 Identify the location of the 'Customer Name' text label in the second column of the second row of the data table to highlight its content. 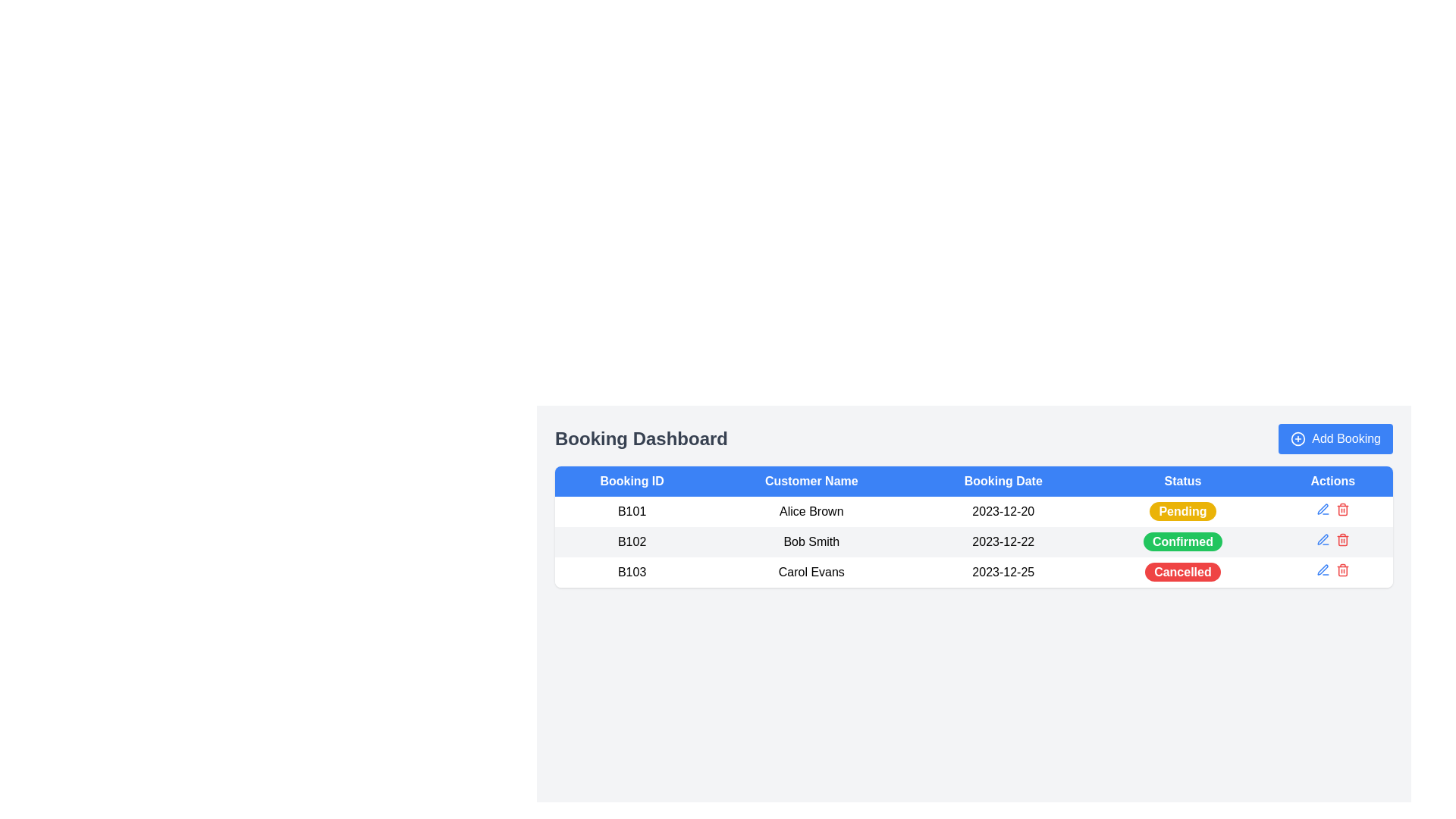
(811, 541).